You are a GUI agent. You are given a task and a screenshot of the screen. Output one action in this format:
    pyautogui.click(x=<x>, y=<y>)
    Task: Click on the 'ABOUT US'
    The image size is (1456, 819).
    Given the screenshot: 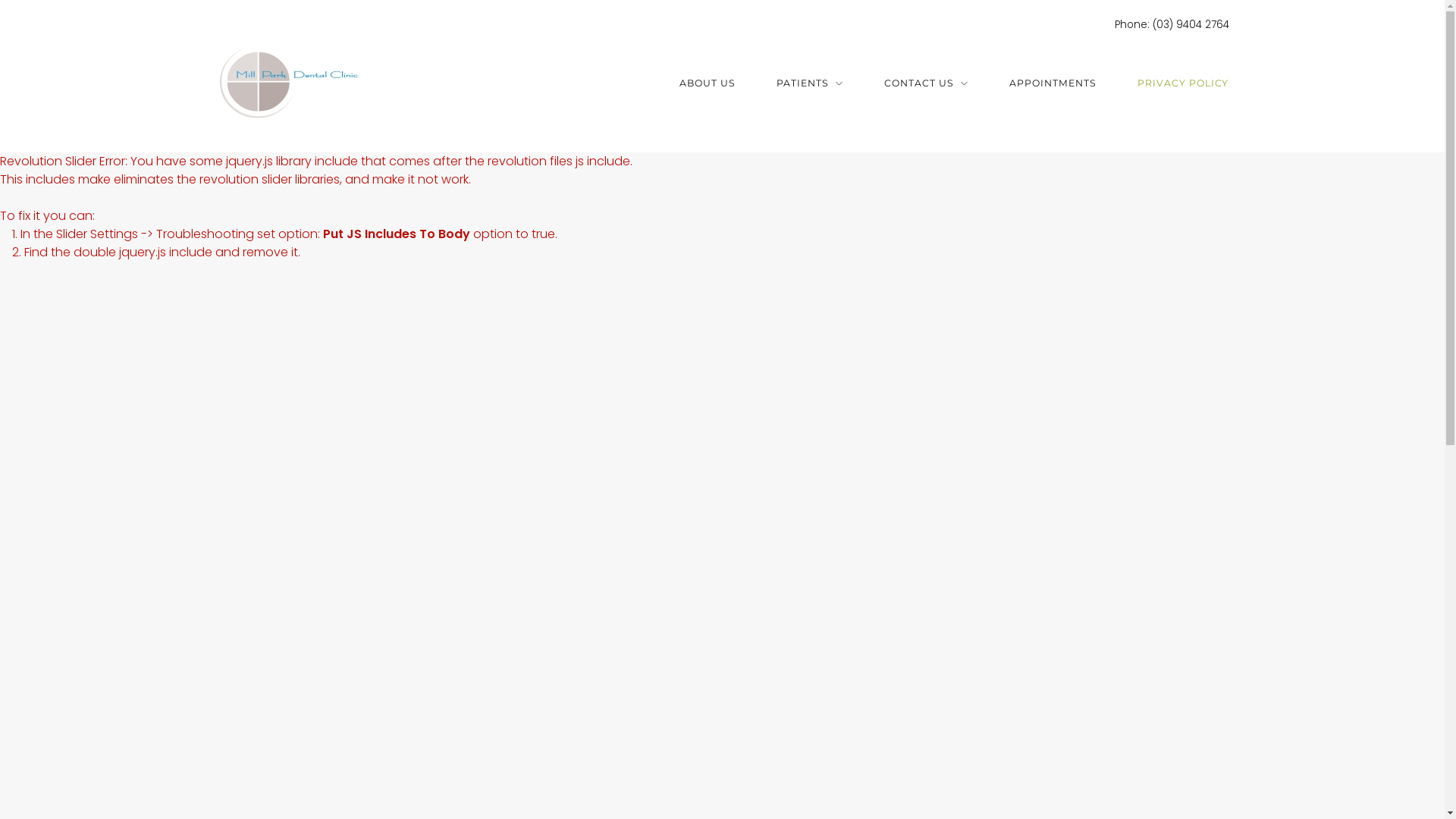 What is the action you would take?
    pyautogui.click(x=706, y=84)
    